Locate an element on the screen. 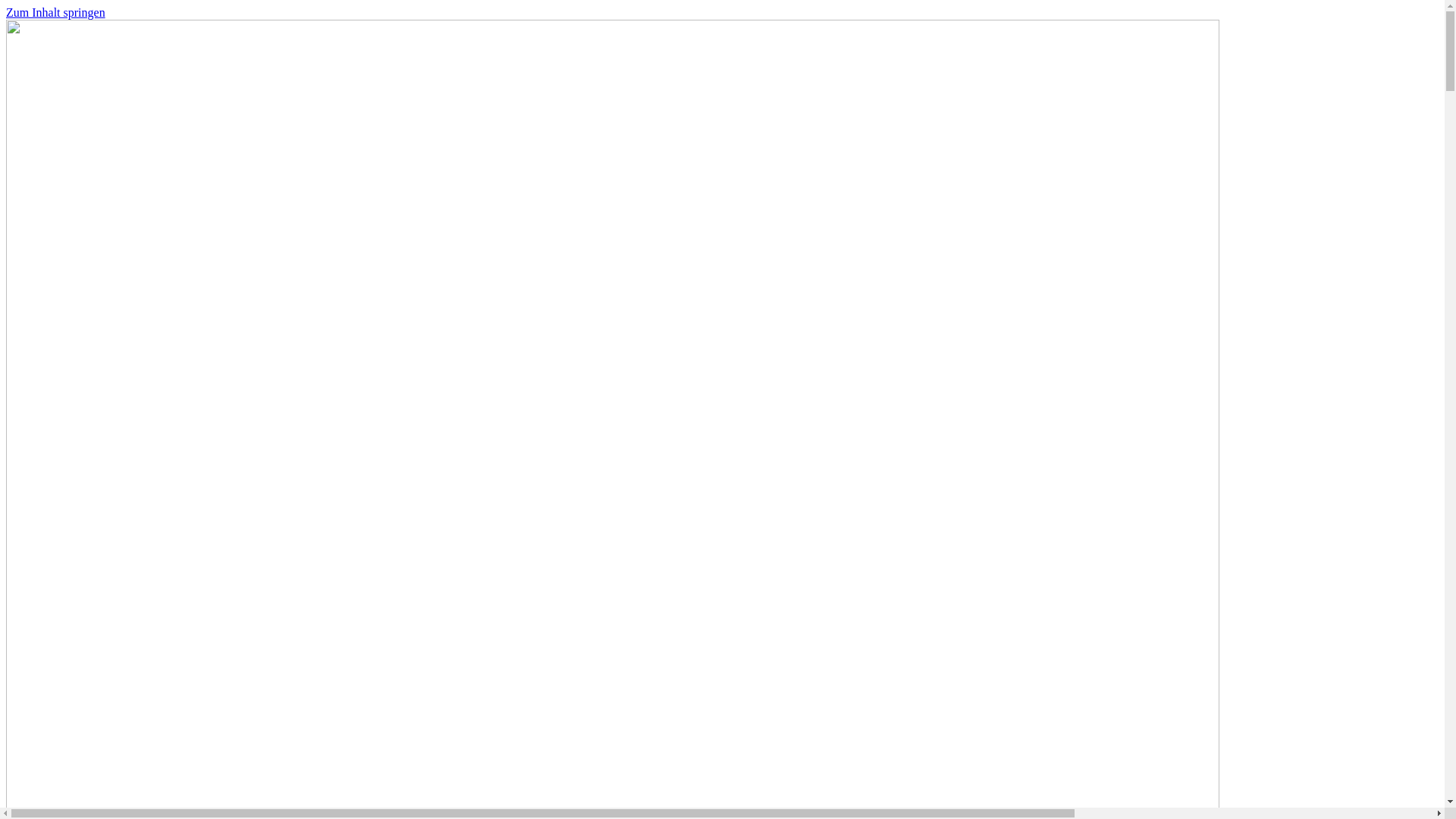 The image size is (1456, 819). 'Zum Inhalt springen' is located at coordinates (55, 12).